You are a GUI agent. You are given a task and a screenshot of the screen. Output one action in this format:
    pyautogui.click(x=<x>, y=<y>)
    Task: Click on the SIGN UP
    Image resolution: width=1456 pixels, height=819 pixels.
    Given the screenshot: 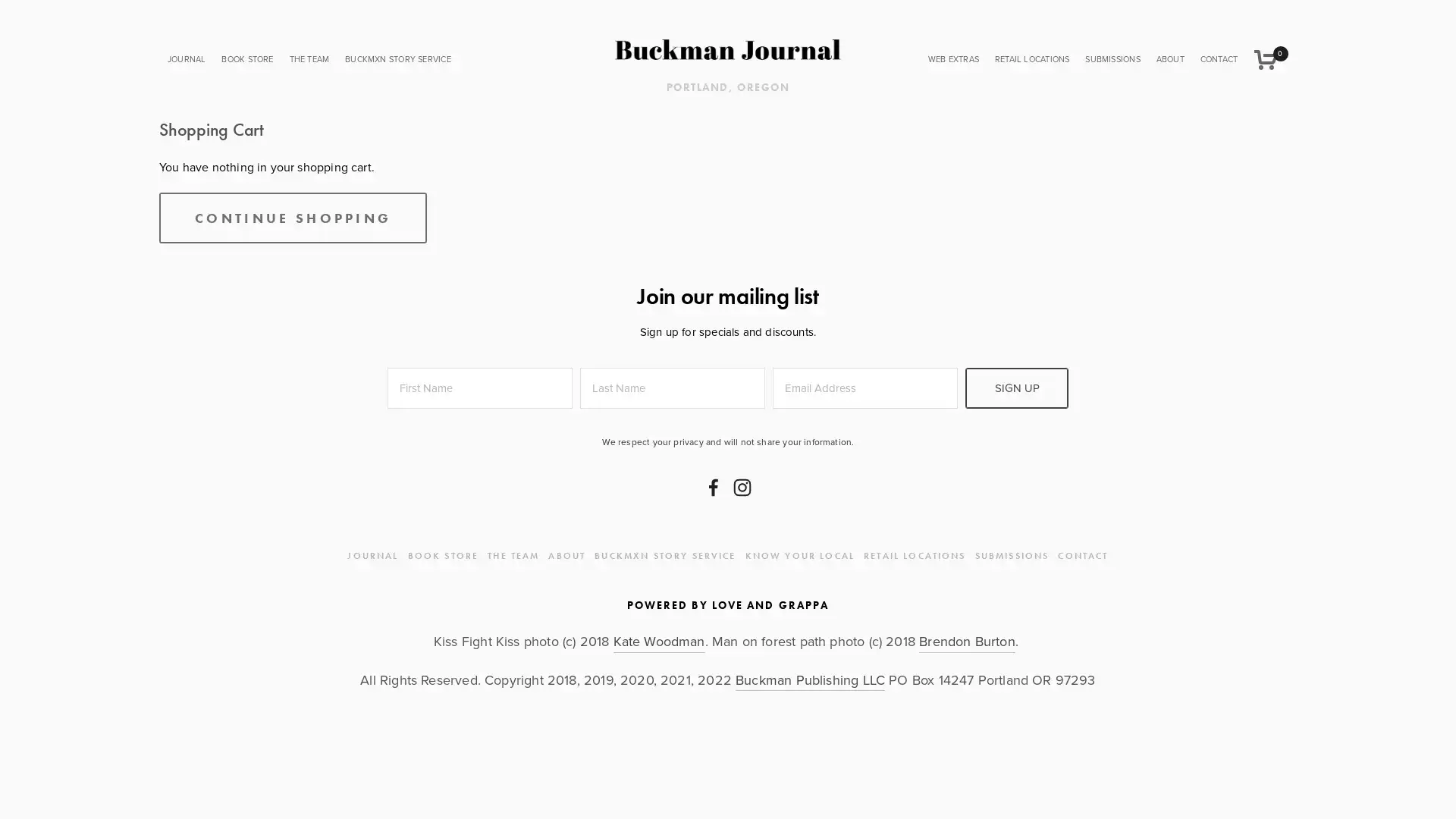 What is the action you would take?
    pyautogui.click(x=1016, y=388)
    